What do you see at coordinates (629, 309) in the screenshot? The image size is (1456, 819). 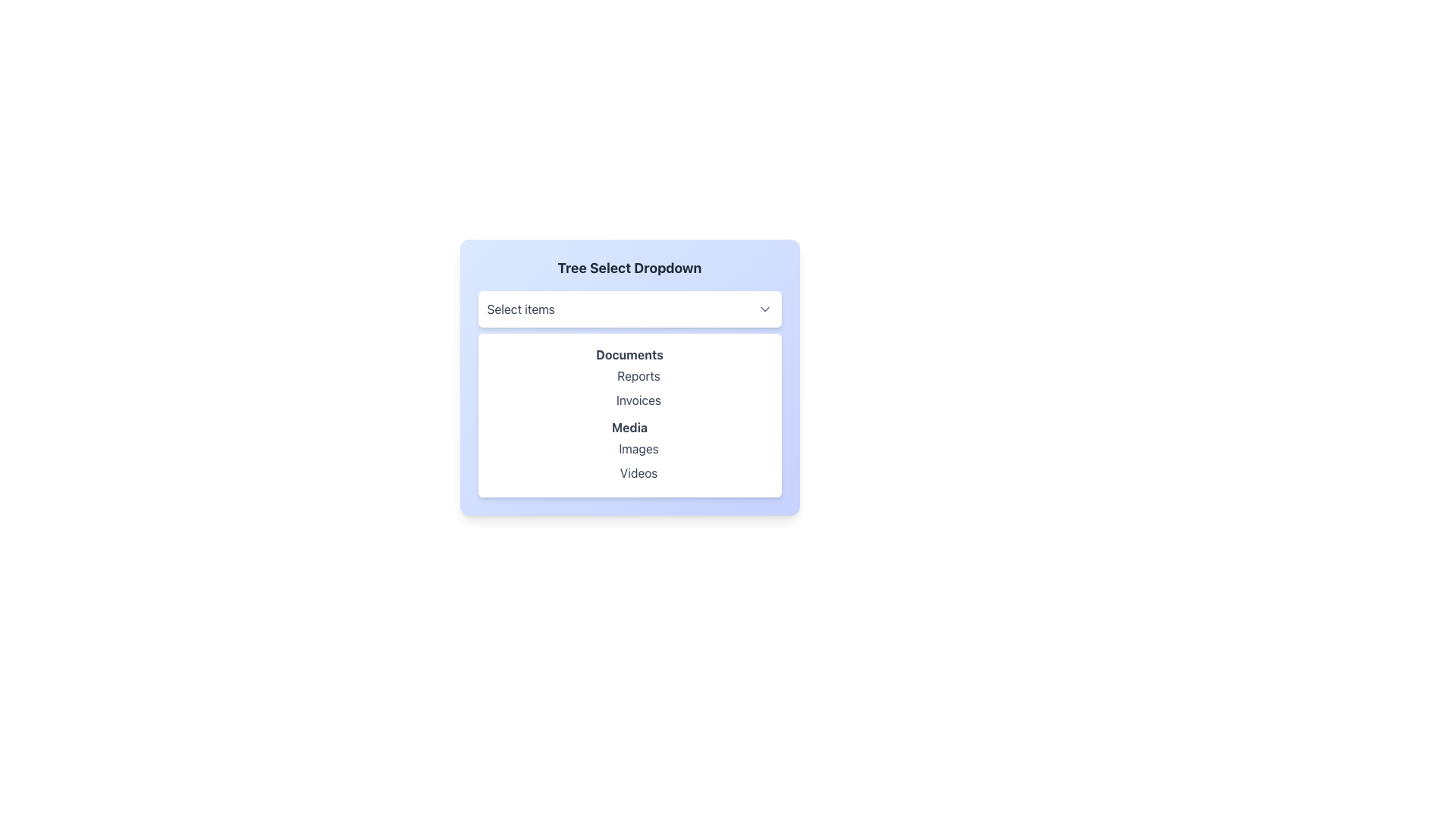 I see `the Dropdown Button located at the top of the dropdown component` at bounding box center [629, 309].